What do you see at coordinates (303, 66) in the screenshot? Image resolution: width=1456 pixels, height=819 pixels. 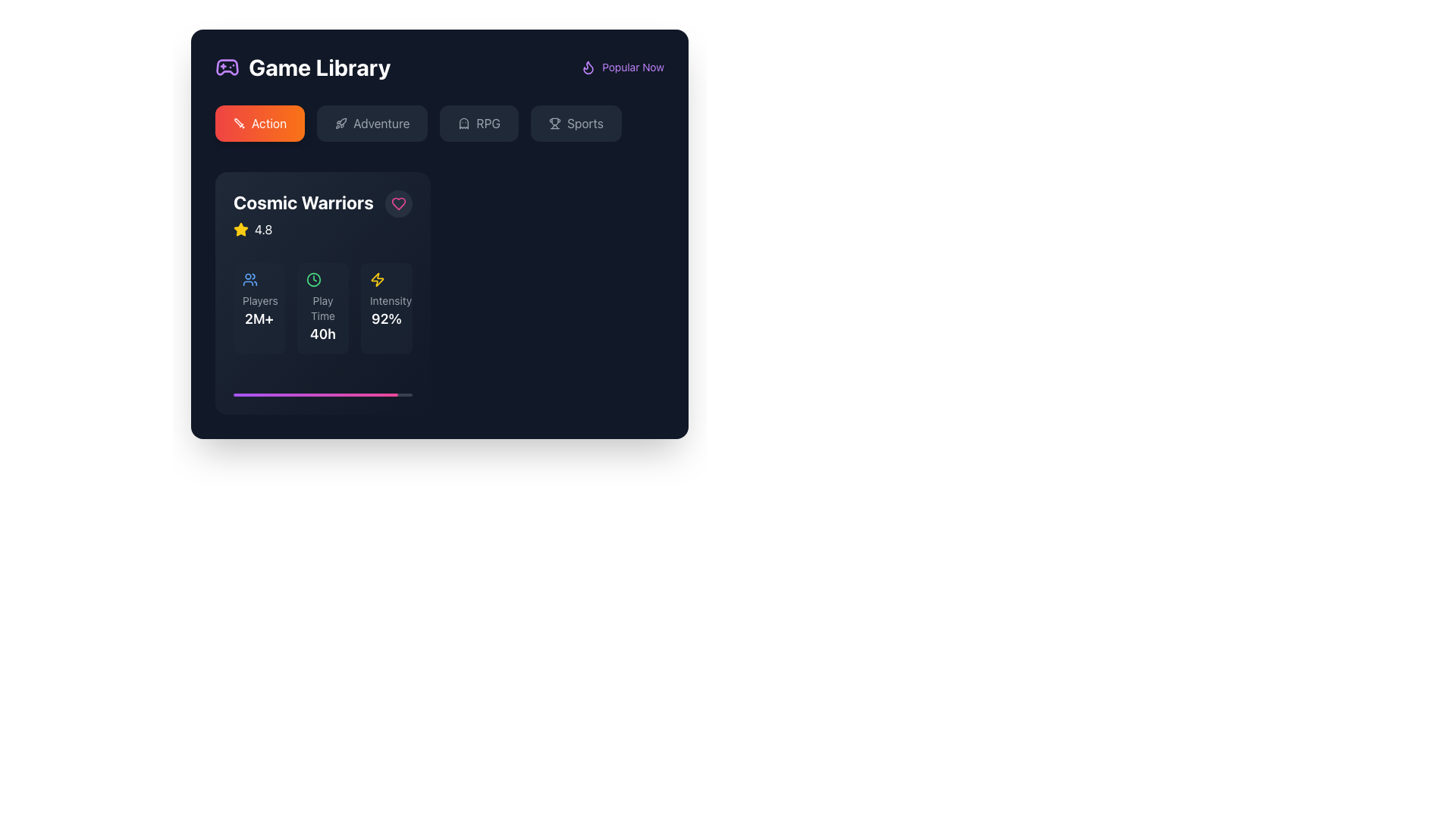 I see `'Game Library' heading that features a white, bold font and a purple game controller icon on a dark blue background, located at the top-left corner of the interface` at bounding box center [303, 66].